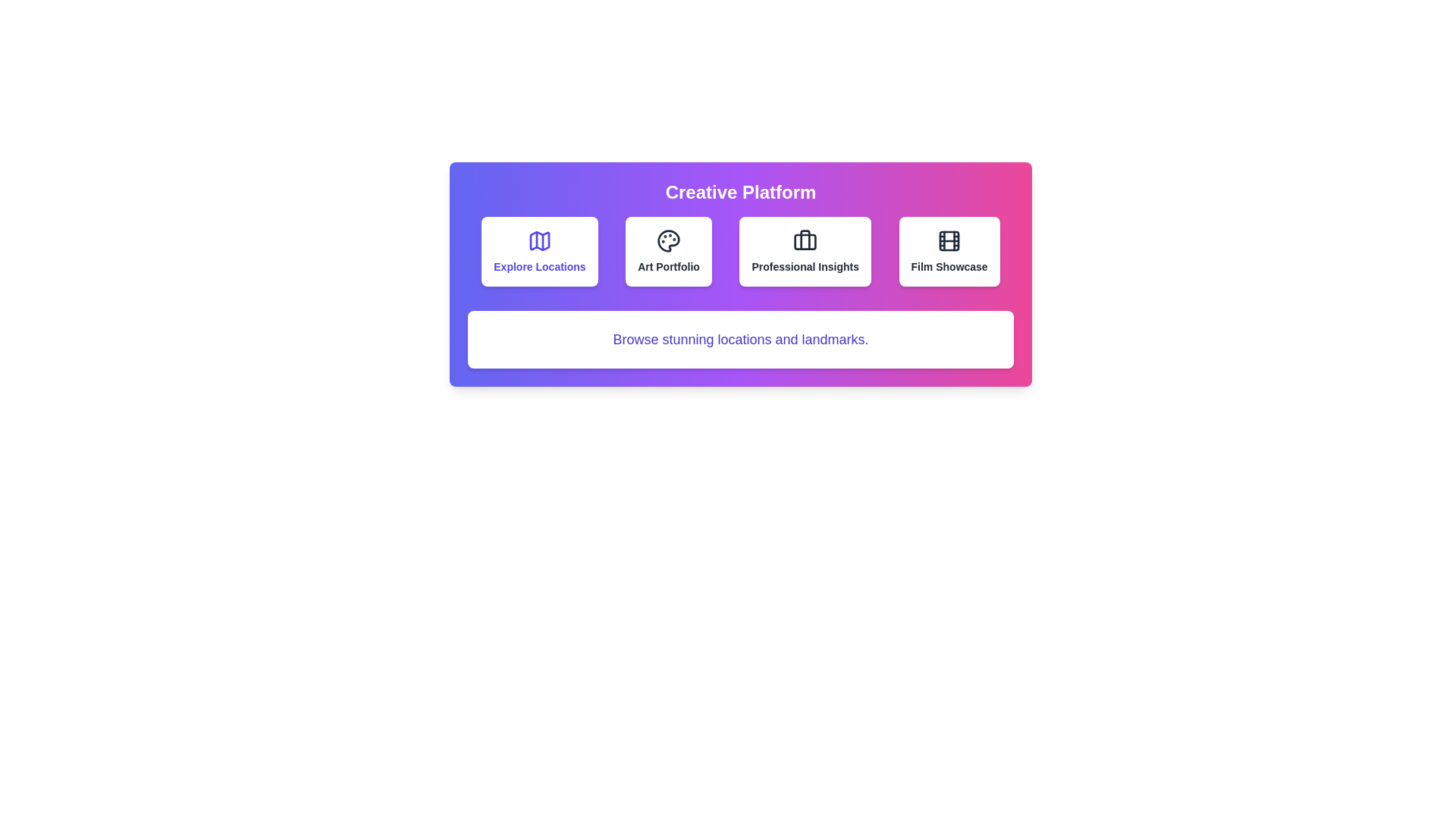 The width and height of the screenshot is (1456, 819). Describe the element at coordinates (668, 250) in the screenshot. I see `the button corresponding to the category Art Portfolio to select it` at that location.